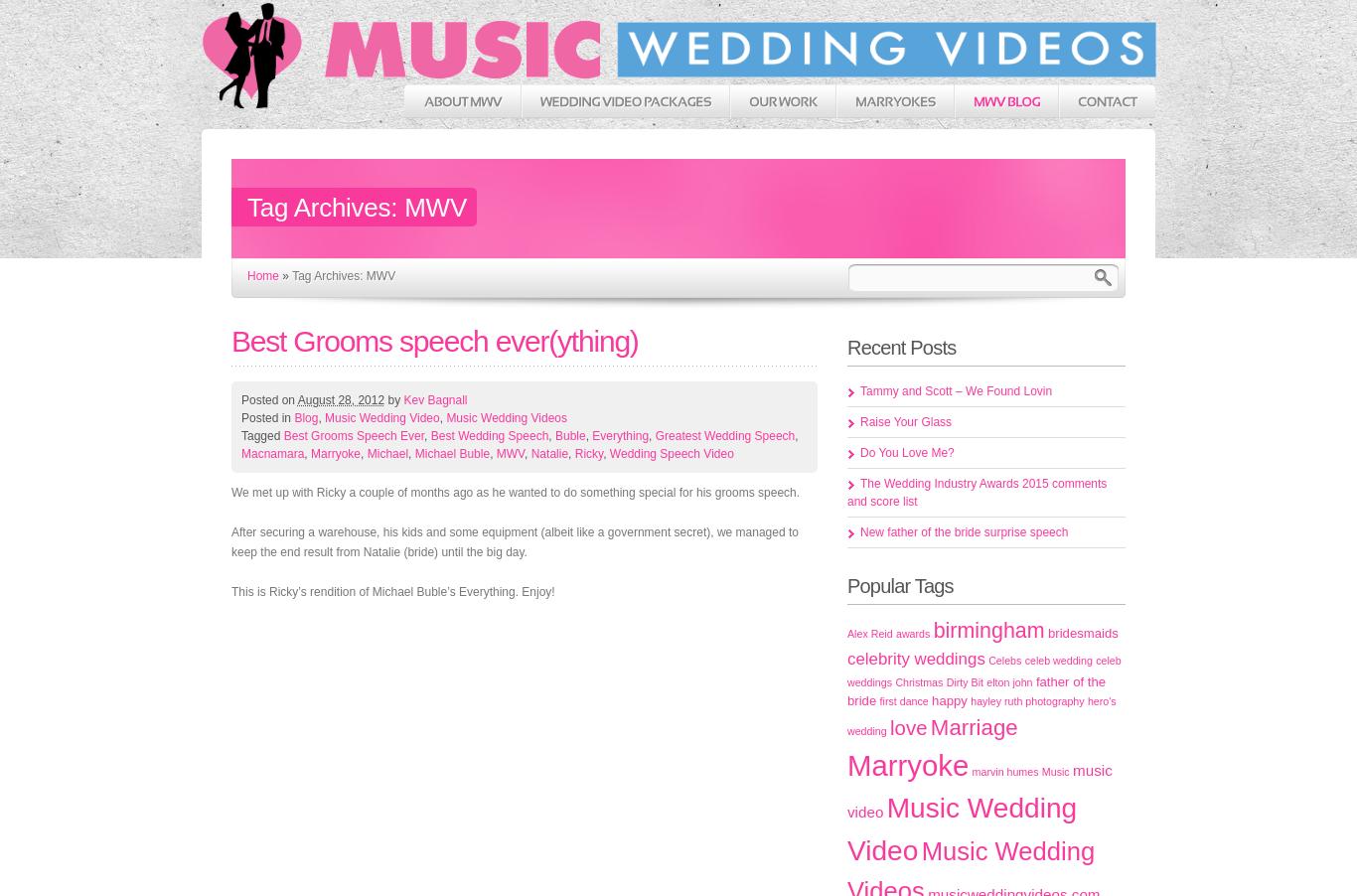  Describe the element at coordinates (262, 436) in the screenshot. I see `'Tagged'` at that location.